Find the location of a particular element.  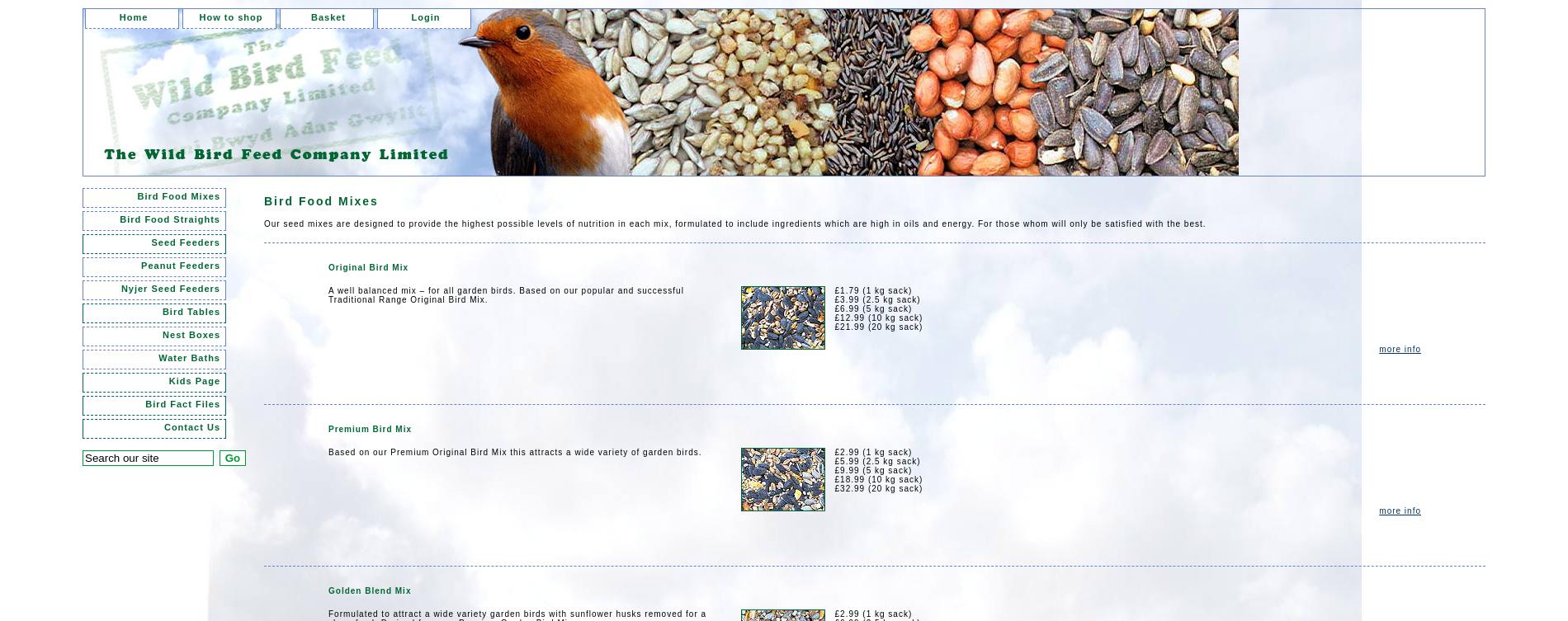

'Based on our Premium Original Bird Mix this attracts a wide variety of garden birds.' is located at coordinates (514, 452).